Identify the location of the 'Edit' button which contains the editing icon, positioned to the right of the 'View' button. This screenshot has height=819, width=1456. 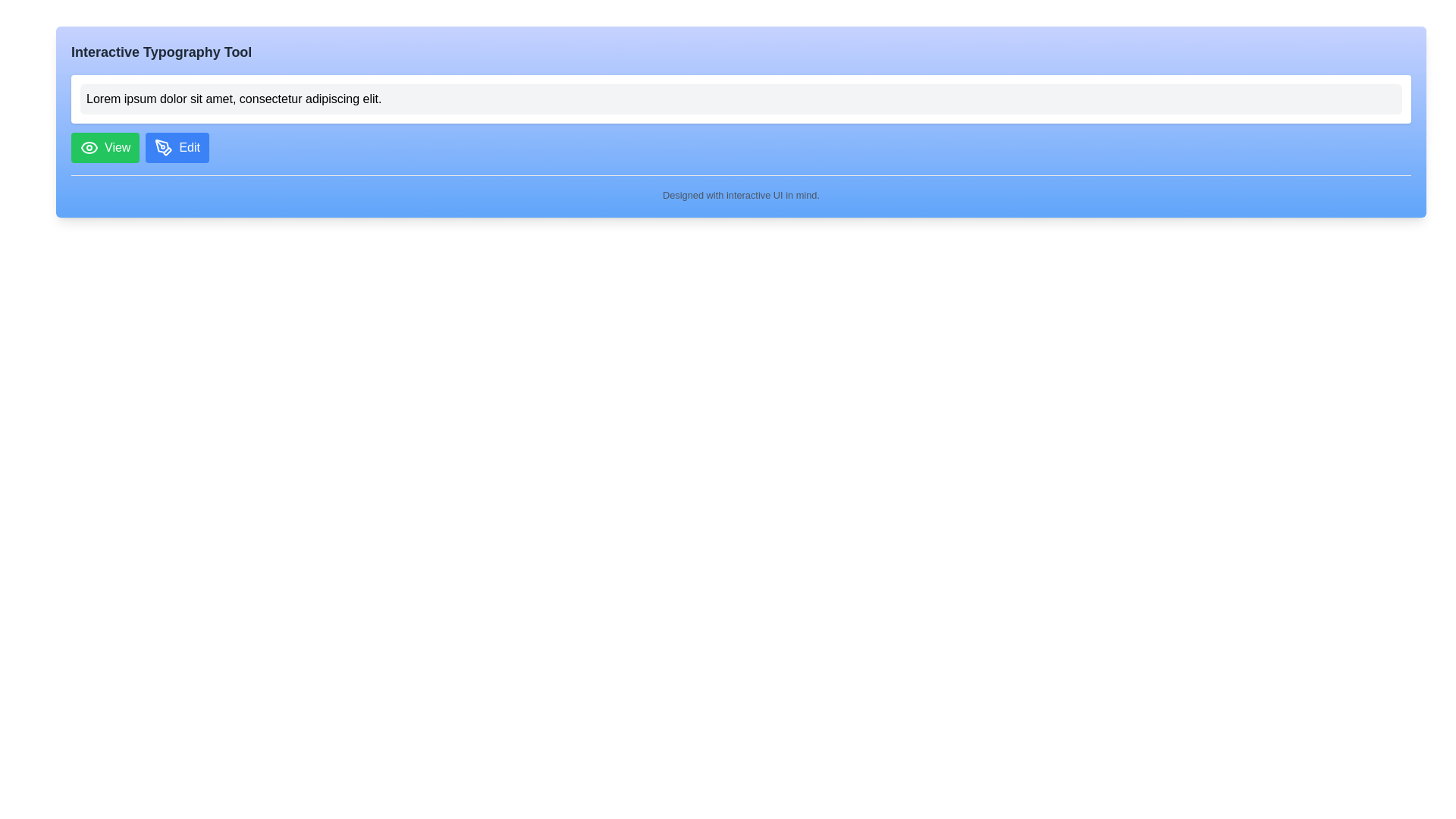
(164, 148).